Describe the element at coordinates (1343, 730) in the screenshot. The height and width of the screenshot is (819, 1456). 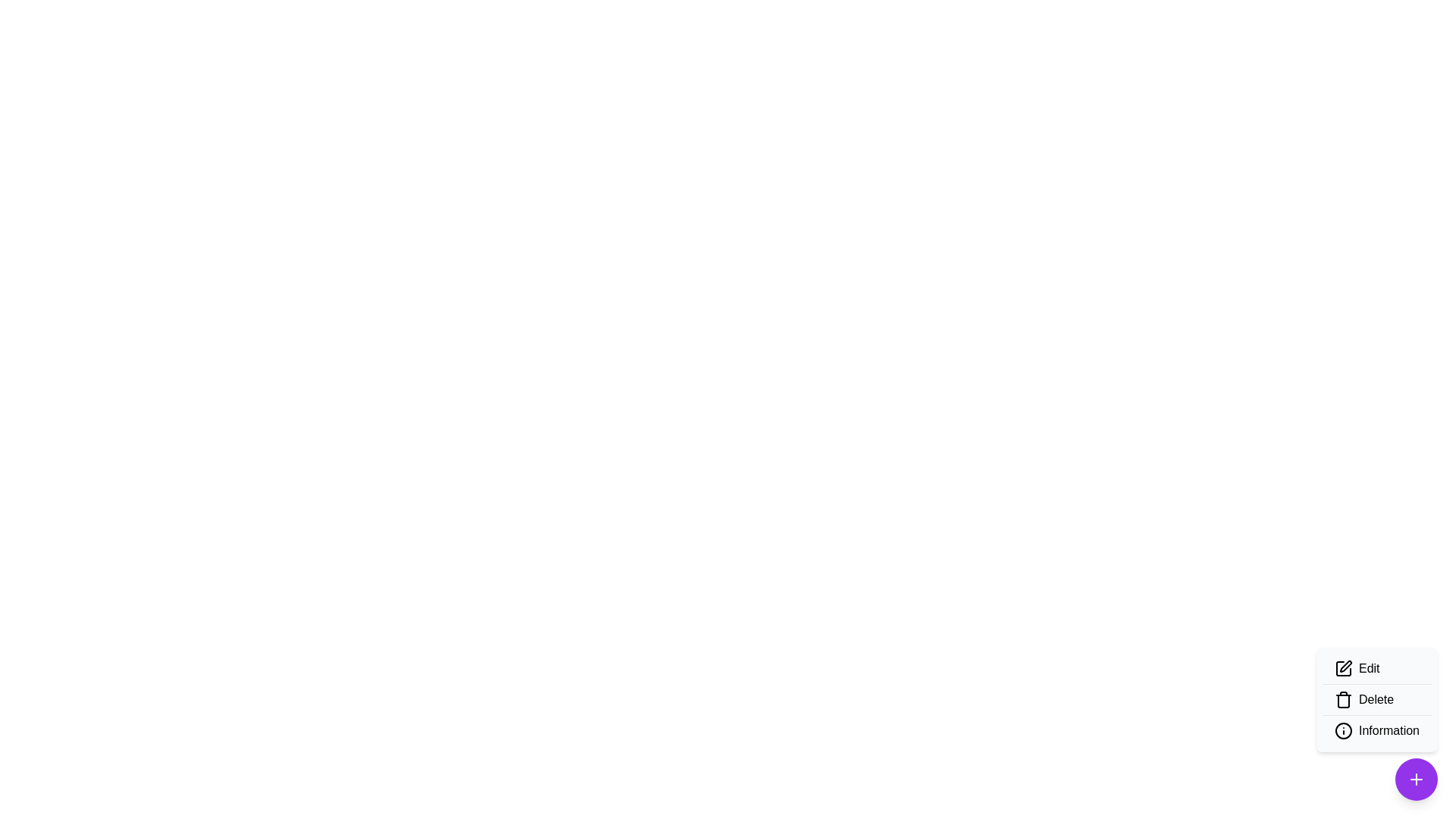
I see `the SVG circle element located in the bottom-right corner of the interface, which is part of an information or status-related icon` at that location.